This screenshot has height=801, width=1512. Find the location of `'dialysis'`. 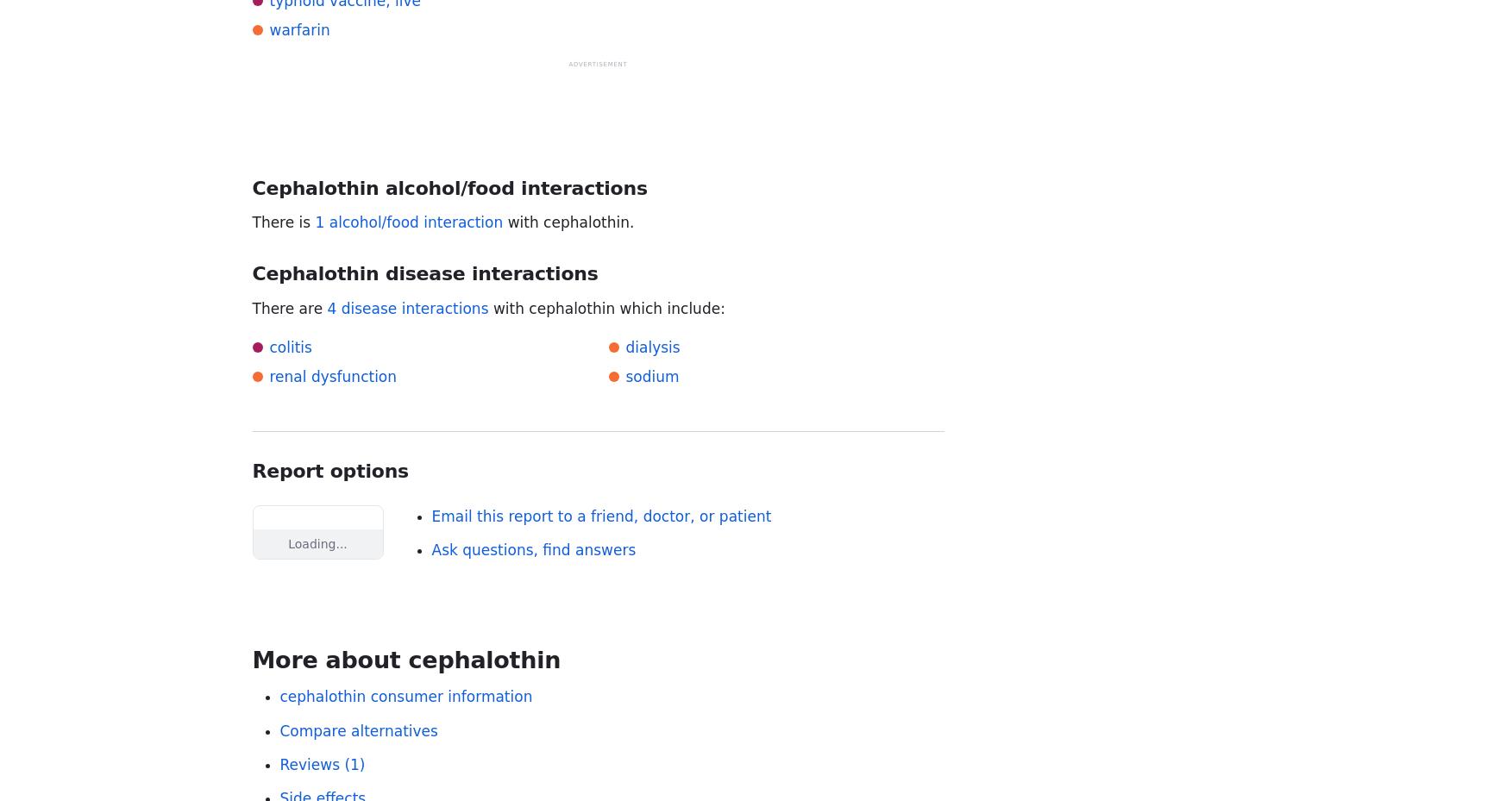

'dialysis' is located at coordinates (651, 347).